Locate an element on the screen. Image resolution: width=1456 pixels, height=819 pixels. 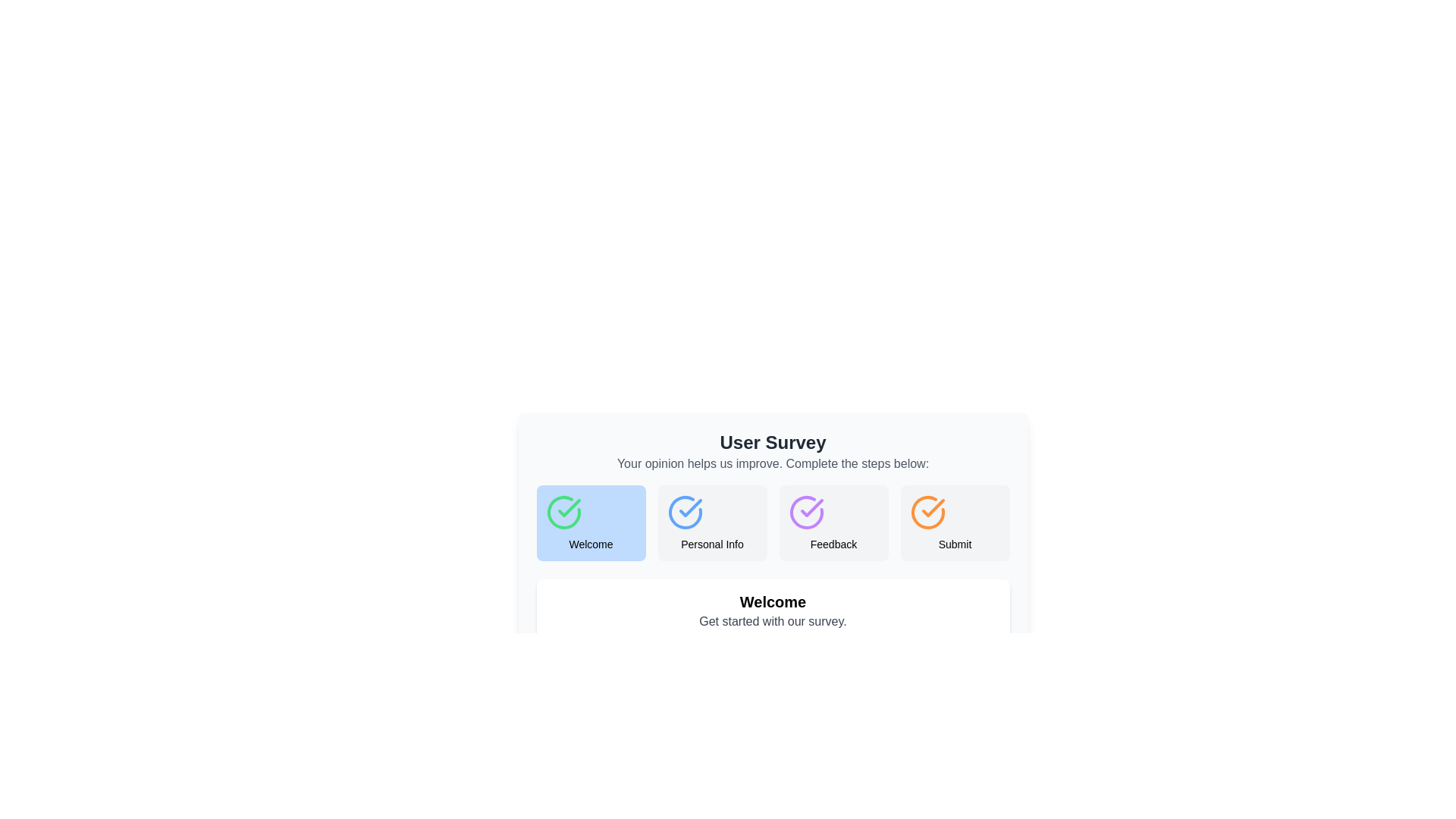
the 'Personal Info' informational card, which is the second card in a grid of four cards, located between the 'Welcome' and 'Feedback' cards is located at coordinates (711, 522).